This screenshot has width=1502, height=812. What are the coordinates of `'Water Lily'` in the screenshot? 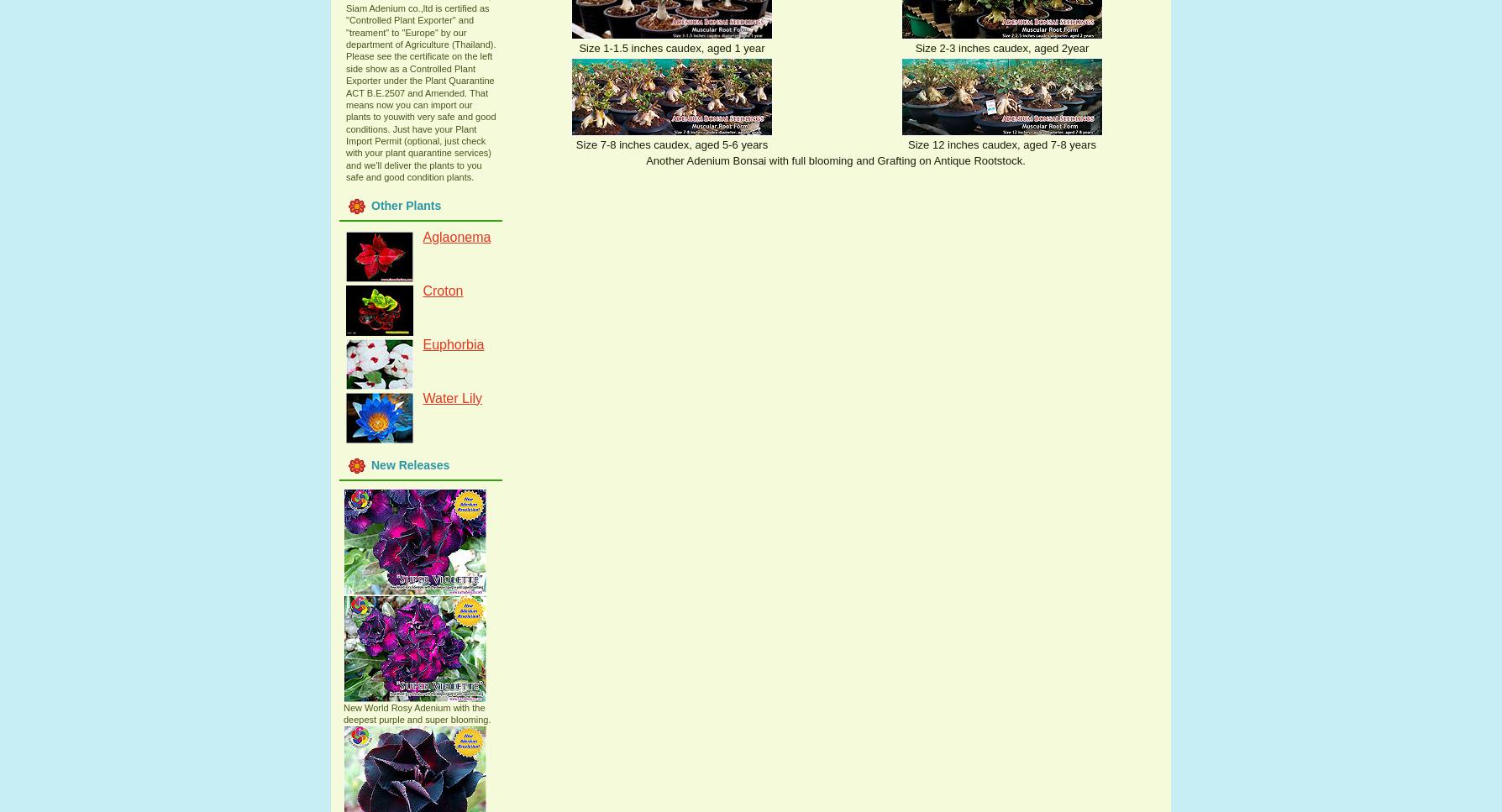 It's located at (422, 397).